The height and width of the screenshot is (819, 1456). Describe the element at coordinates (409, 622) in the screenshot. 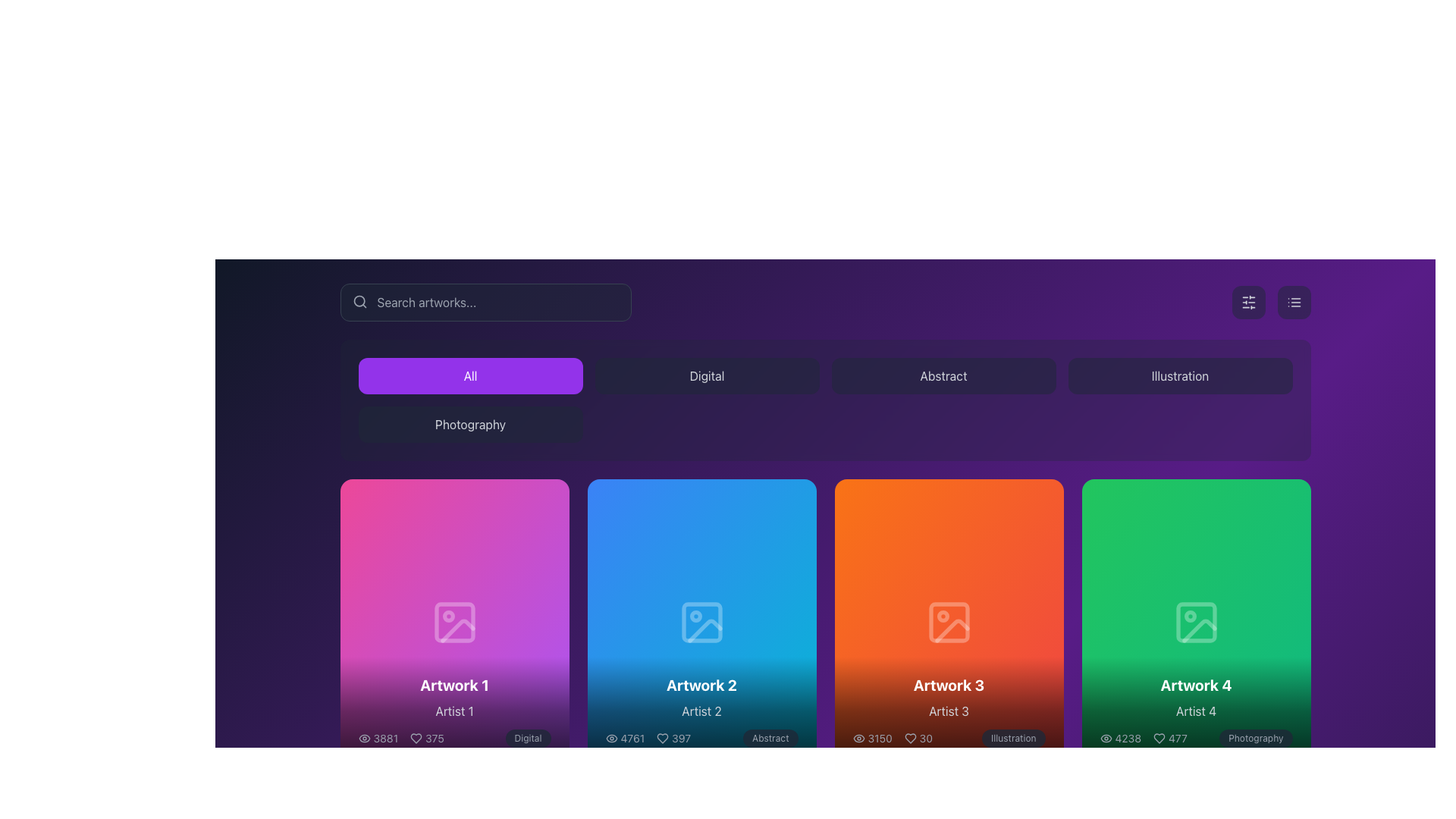

I see `the circular grayish button located in the middle of the first card in the grid layout` at that location.